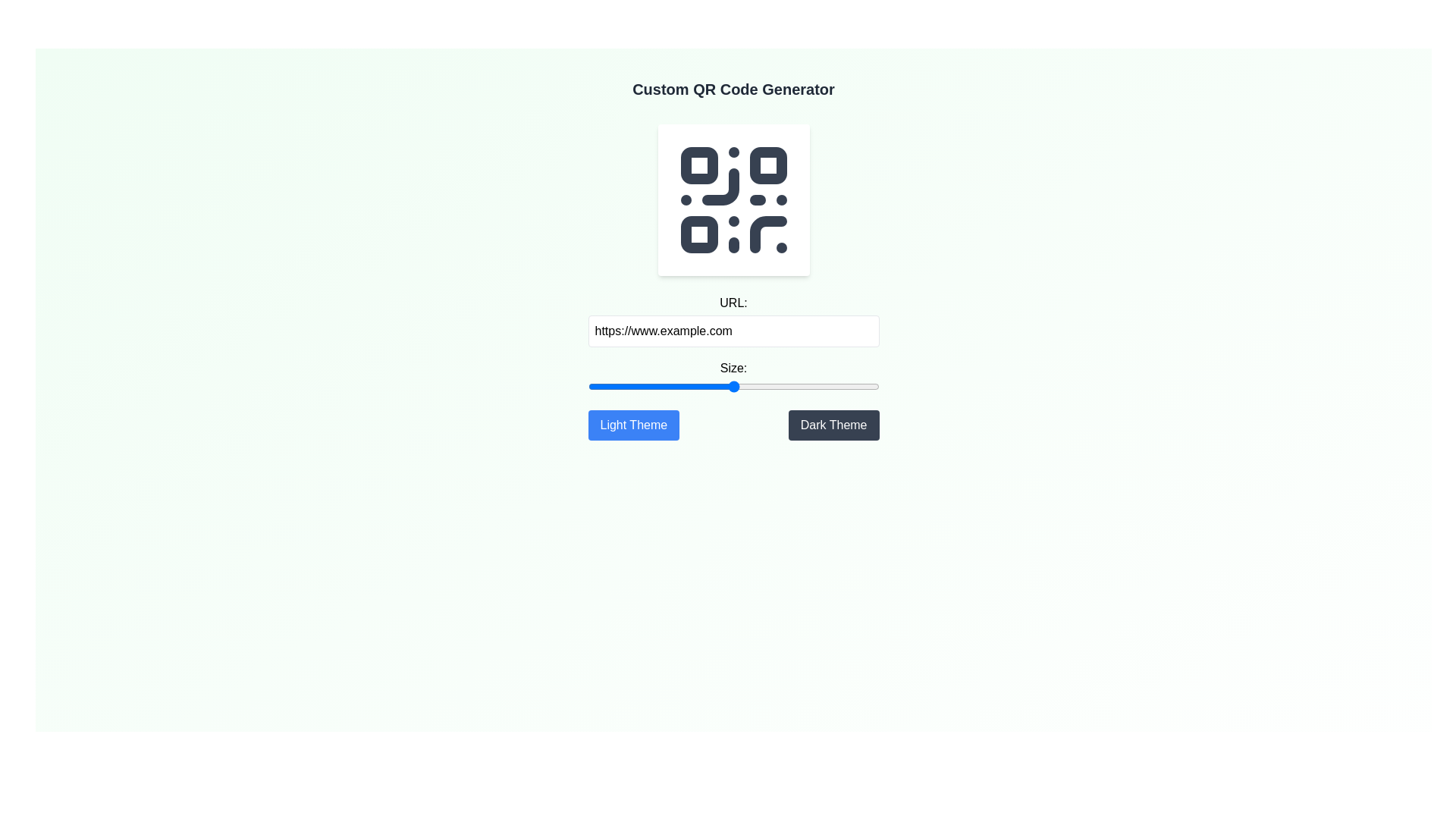 Image resolution: width=1456 pixels, height=819 pixels. I want to click on the QR code display located centrally beneath the 'Custom QR Code Generator' title and above the 'URL:' input field, so click(733, 199).